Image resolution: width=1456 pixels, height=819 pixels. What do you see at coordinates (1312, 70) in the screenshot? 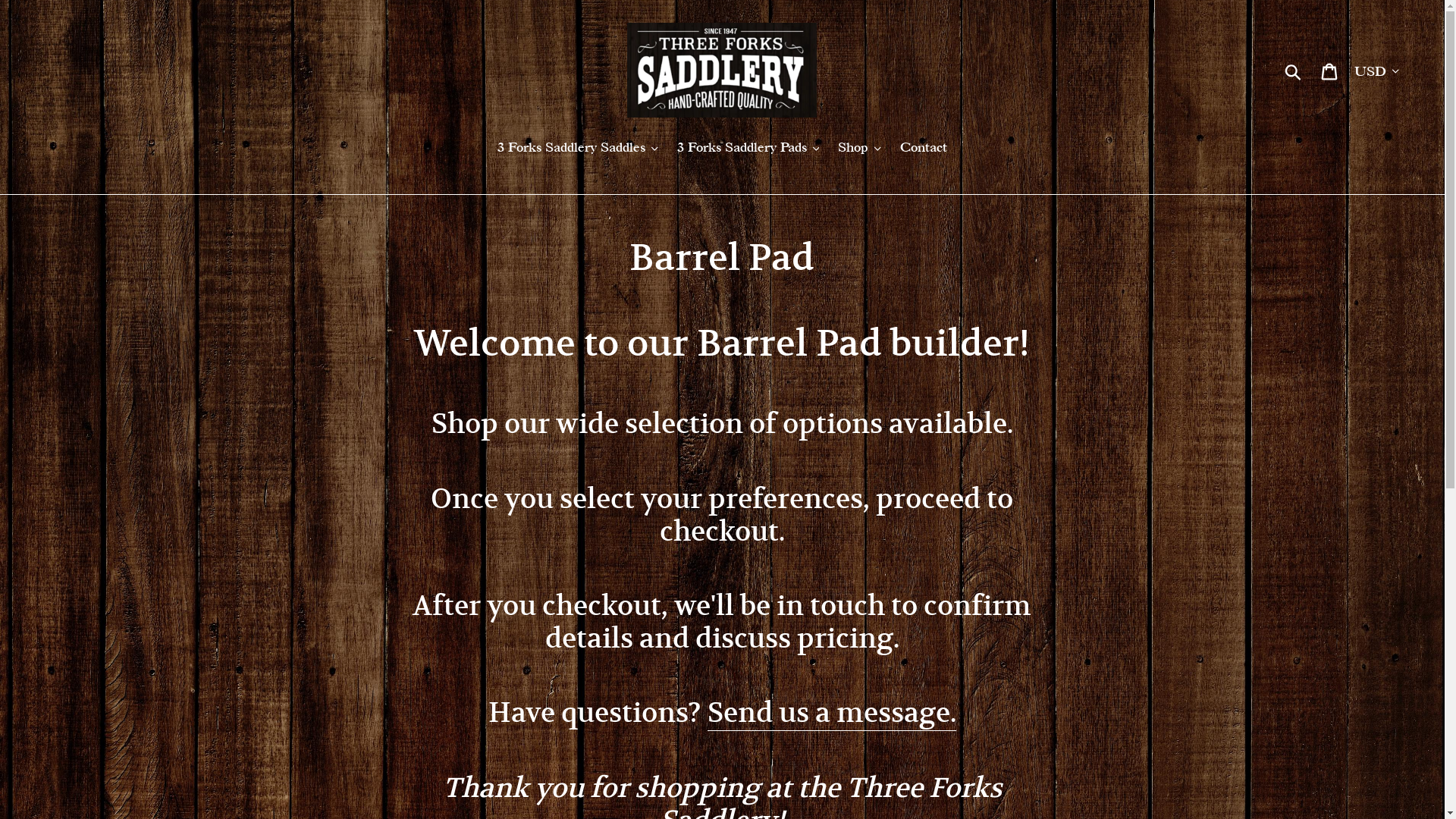
I see `'Cart'` at bounding box center [1312, 70].